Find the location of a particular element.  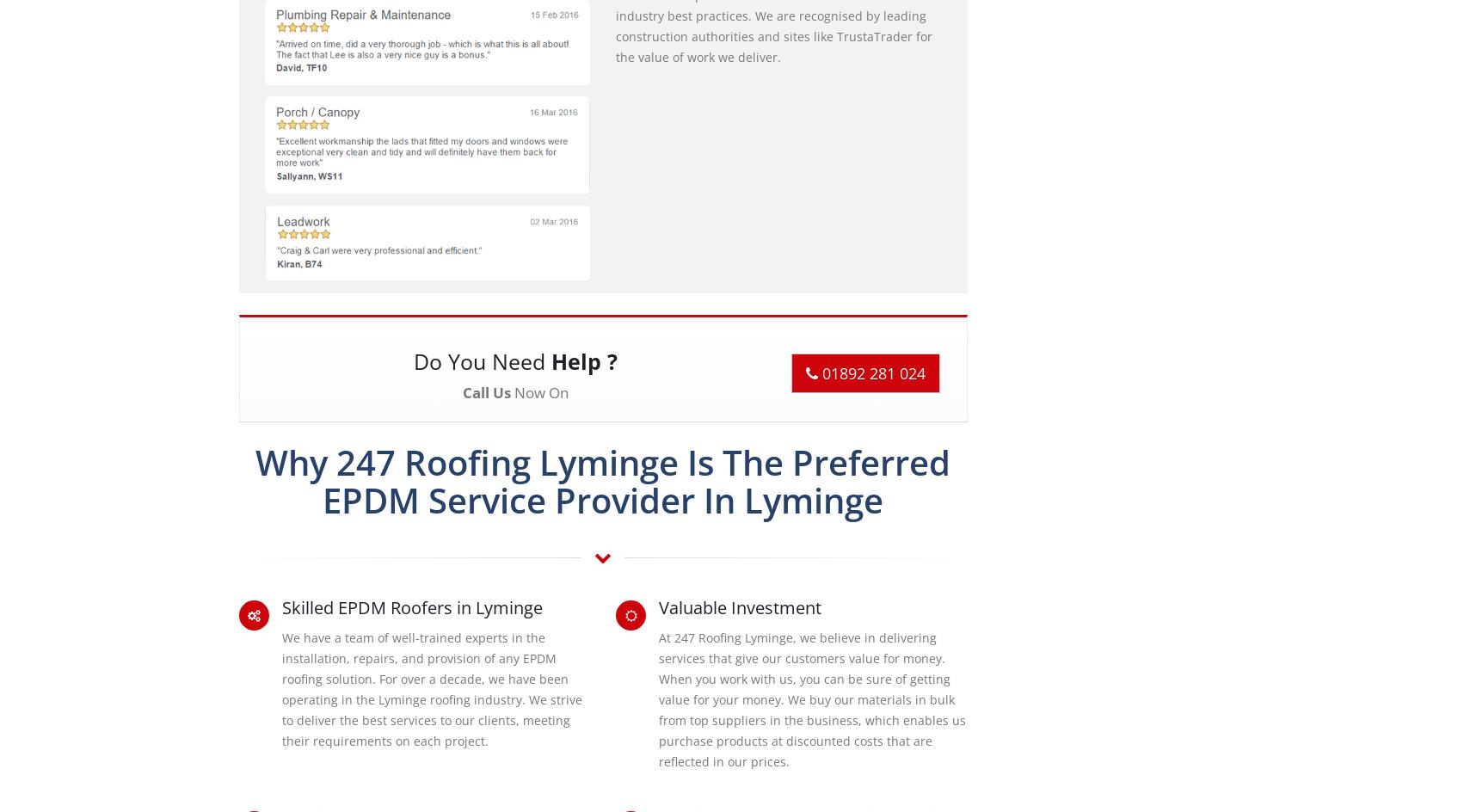

'01892 281 024' is located at coordinates (817, 372).